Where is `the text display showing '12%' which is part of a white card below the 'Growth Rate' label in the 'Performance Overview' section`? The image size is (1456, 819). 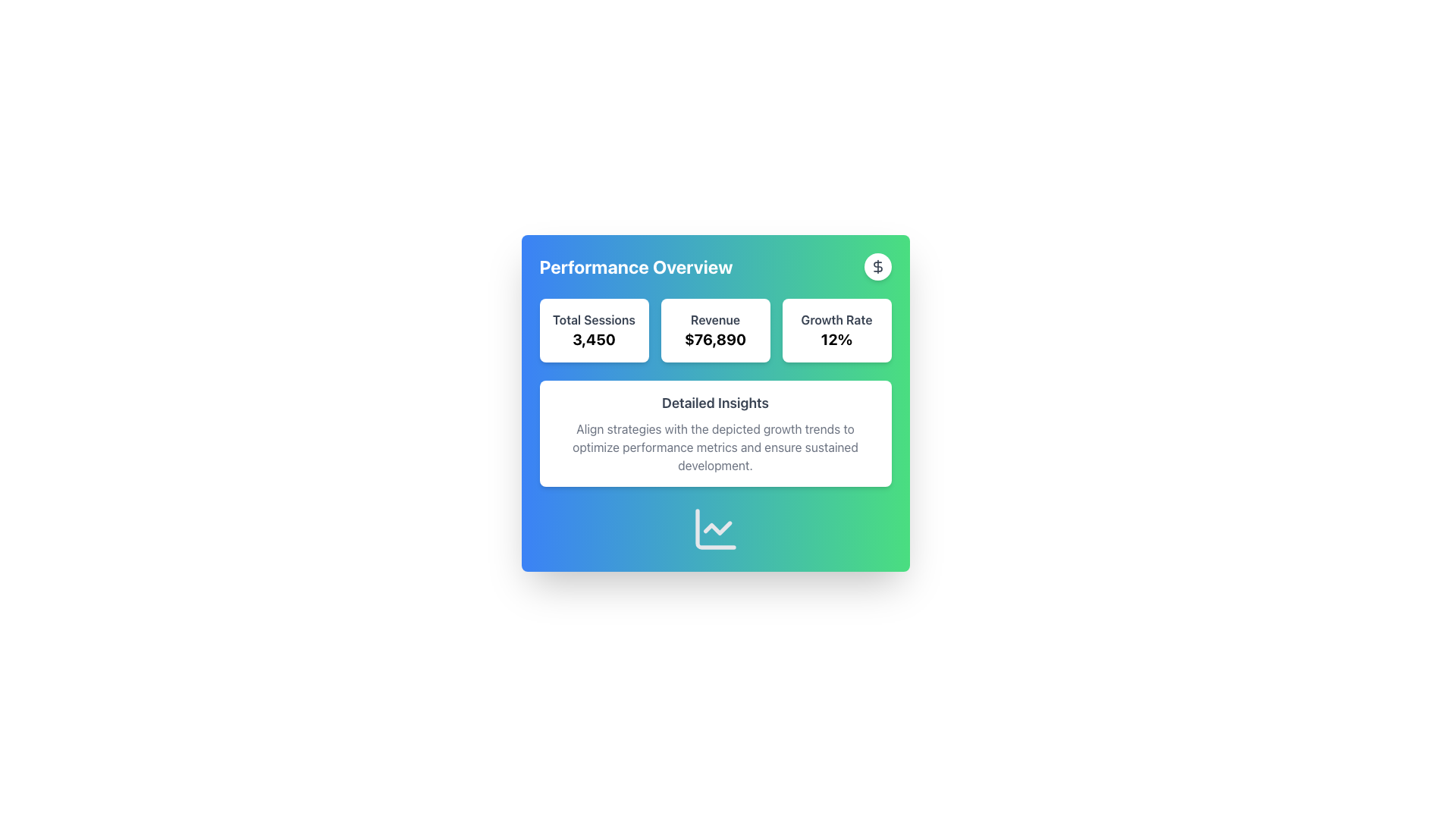 the text display showing '12%' which is part of a white card below the 'Growth Rate' label in the 'Performance Overview' section is located at coordinates (836, 338).